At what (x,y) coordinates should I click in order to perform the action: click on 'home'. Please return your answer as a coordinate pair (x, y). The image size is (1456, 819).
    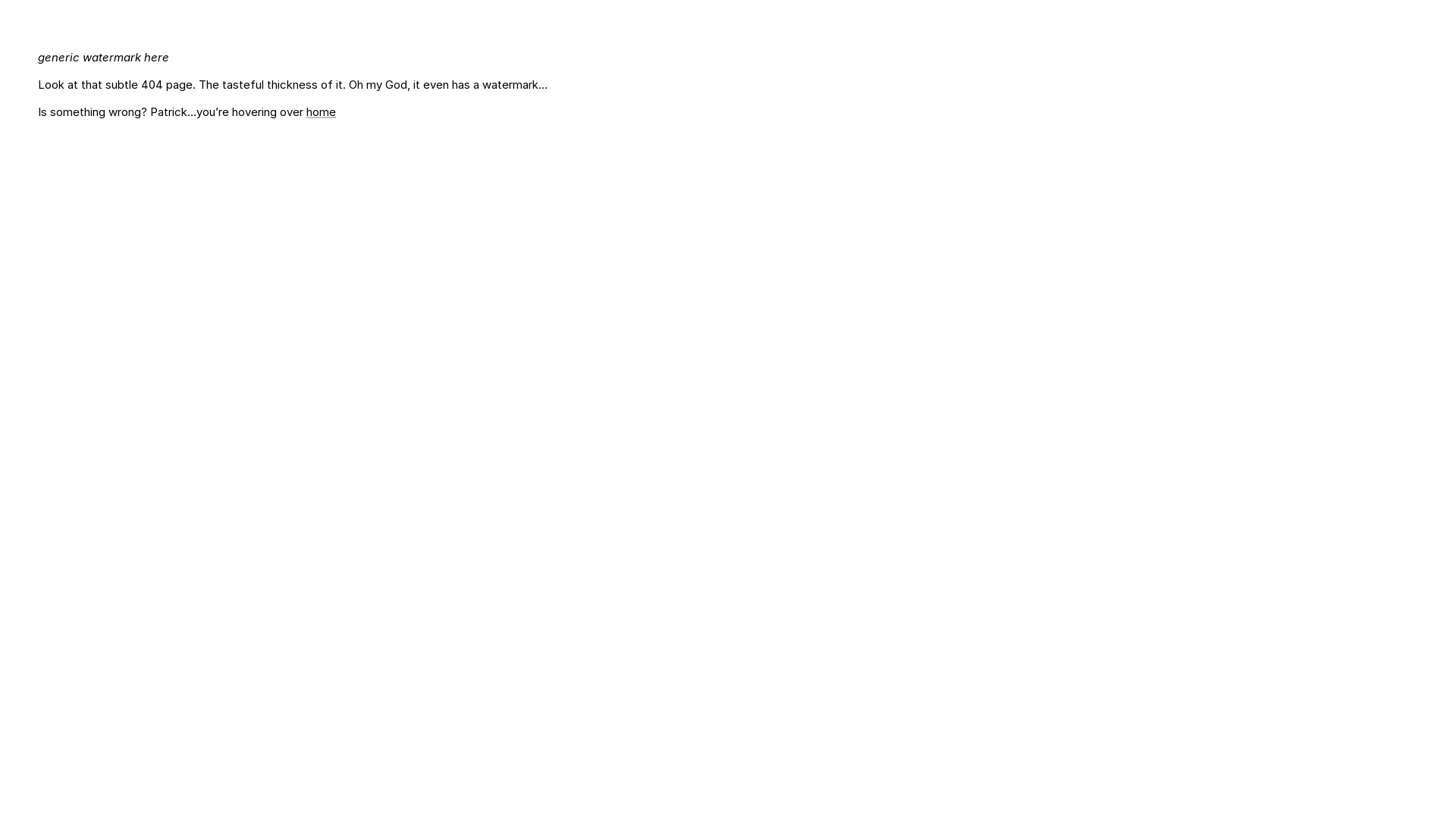
    Looking at the image, I should click on (320, 111).